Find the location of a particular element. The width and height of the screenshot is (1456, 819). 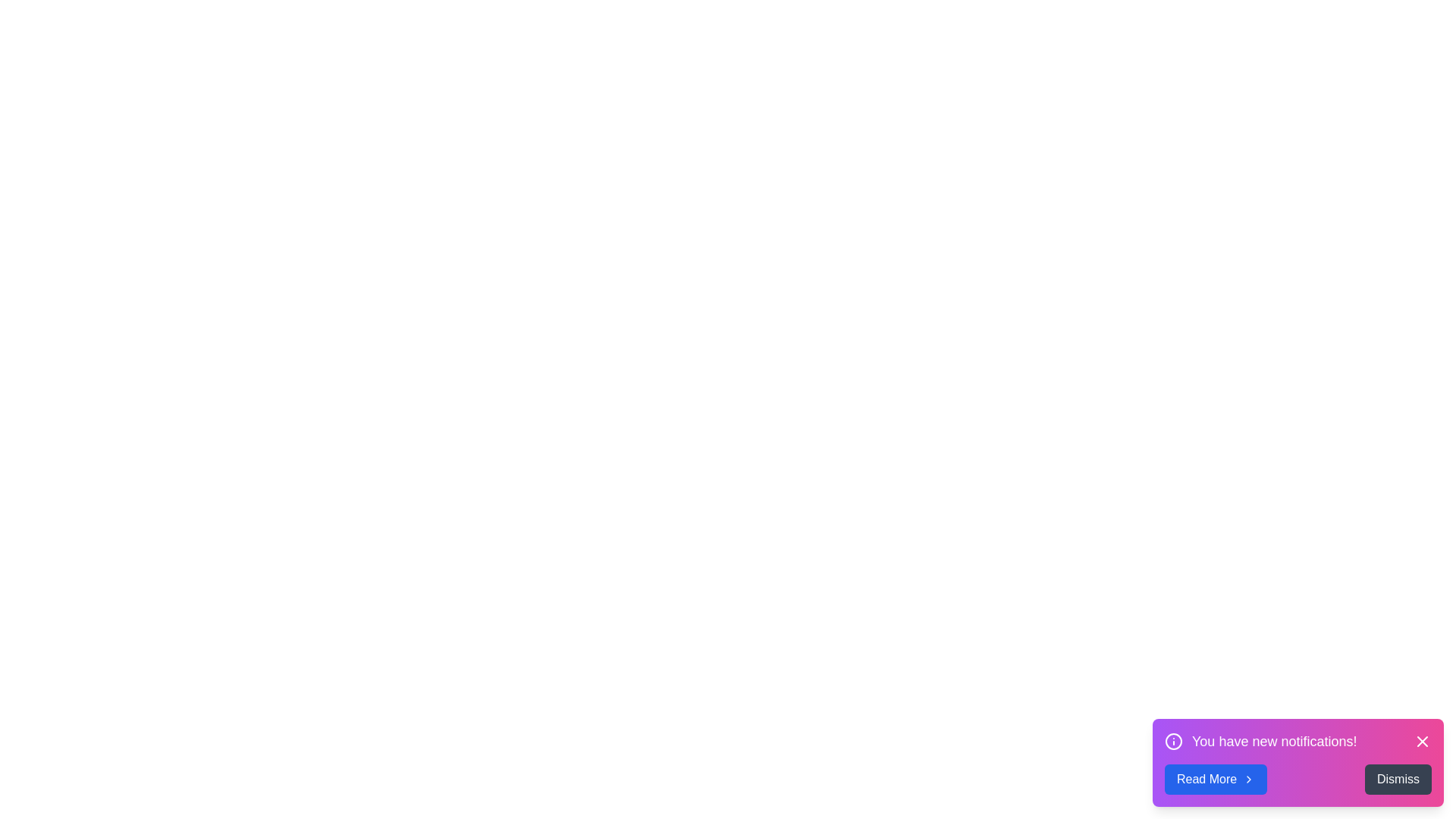

the circular icon with an information symbol inside, which has a purple background, located in the bottom-right corner of the notification card, next to the text 'You have new notifications!' is located at coordinates (1173, 741).